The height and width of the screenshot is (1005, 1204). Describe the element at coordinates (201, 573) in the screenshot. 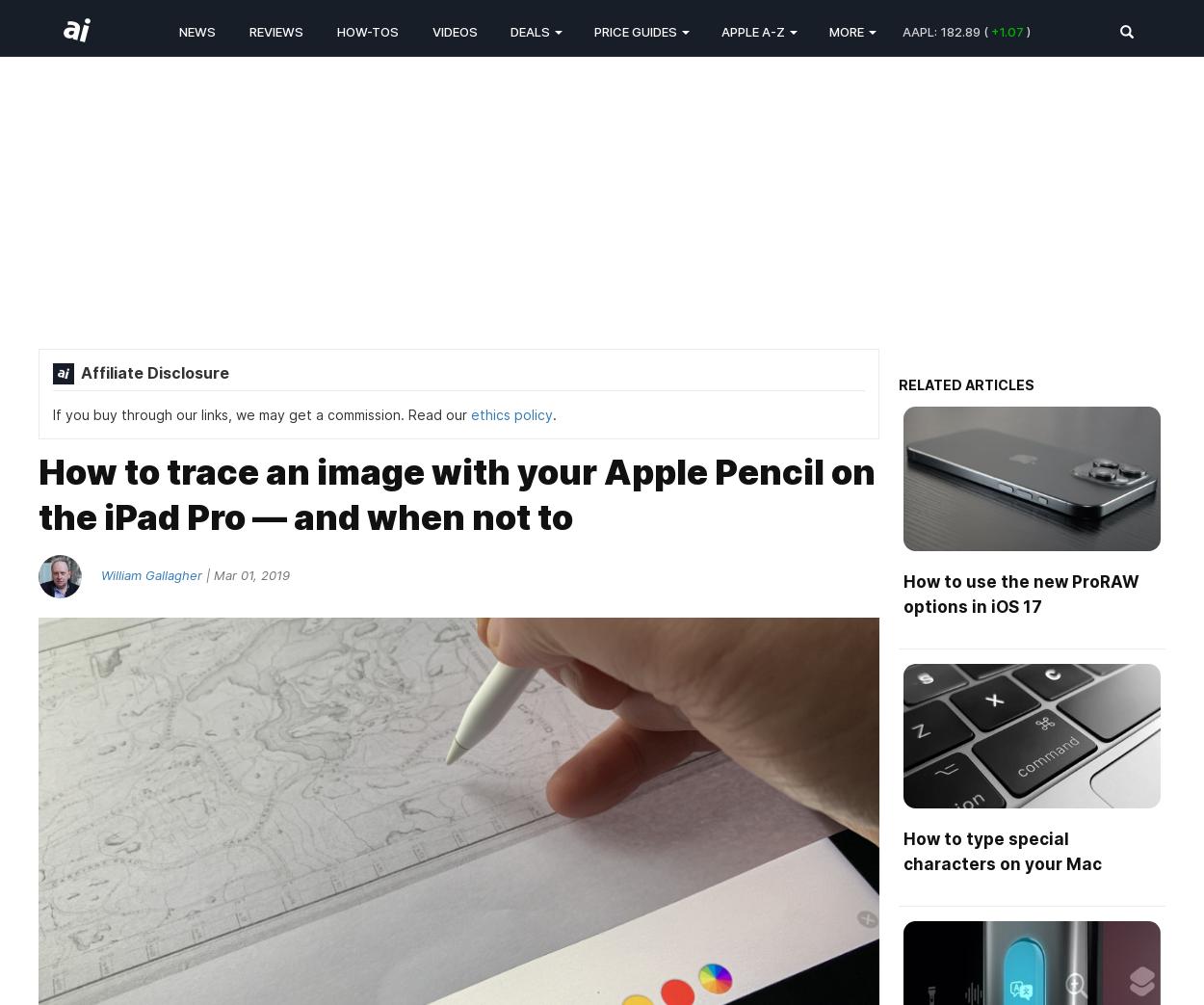

I see `'|'` at that location.